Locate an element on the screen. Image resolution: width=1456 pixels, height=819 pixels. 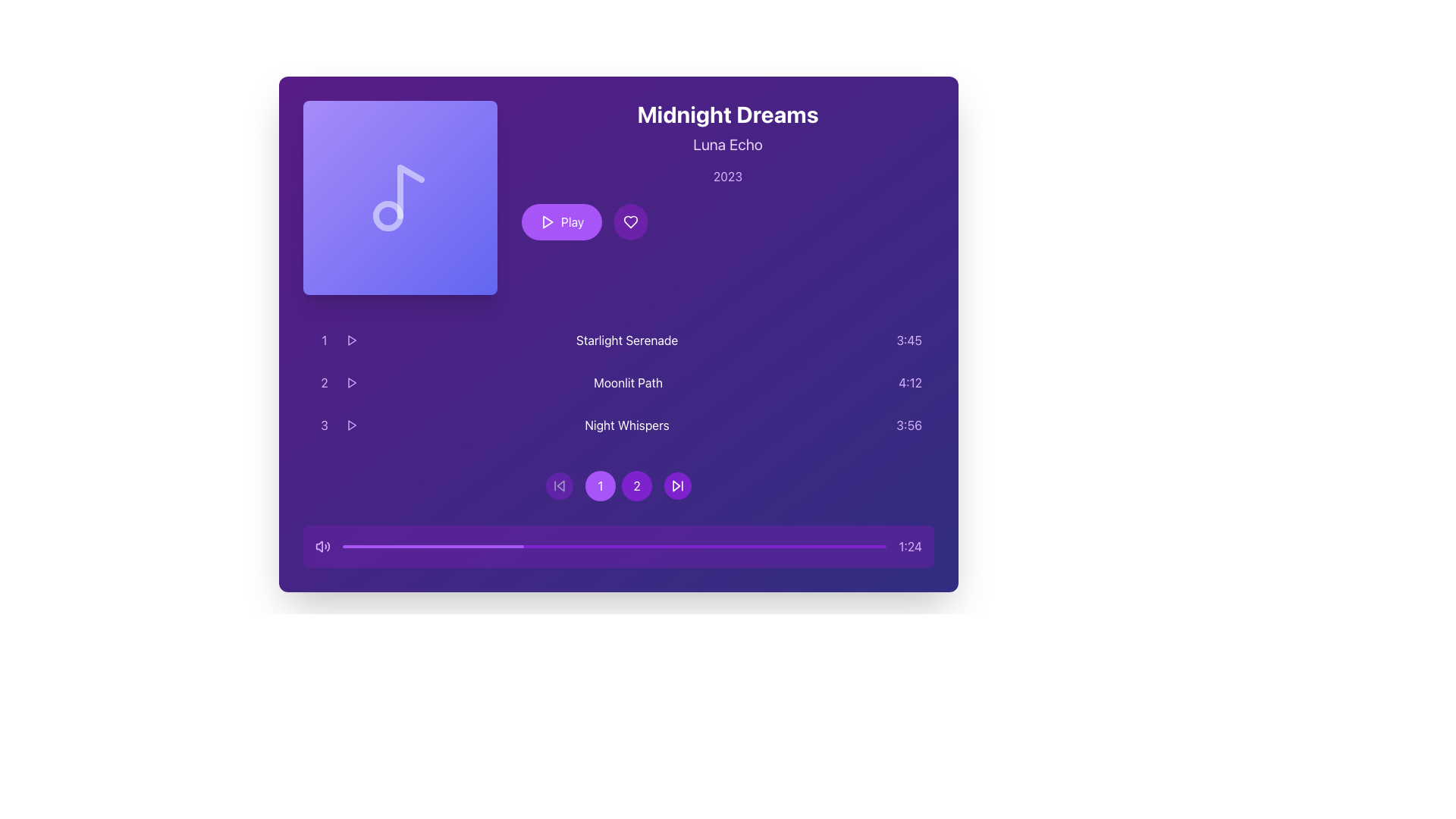
the Progress indicator which represents the current completion level of an ongoing task, located at the bottom of the interface is located at coordinates (432, 547).